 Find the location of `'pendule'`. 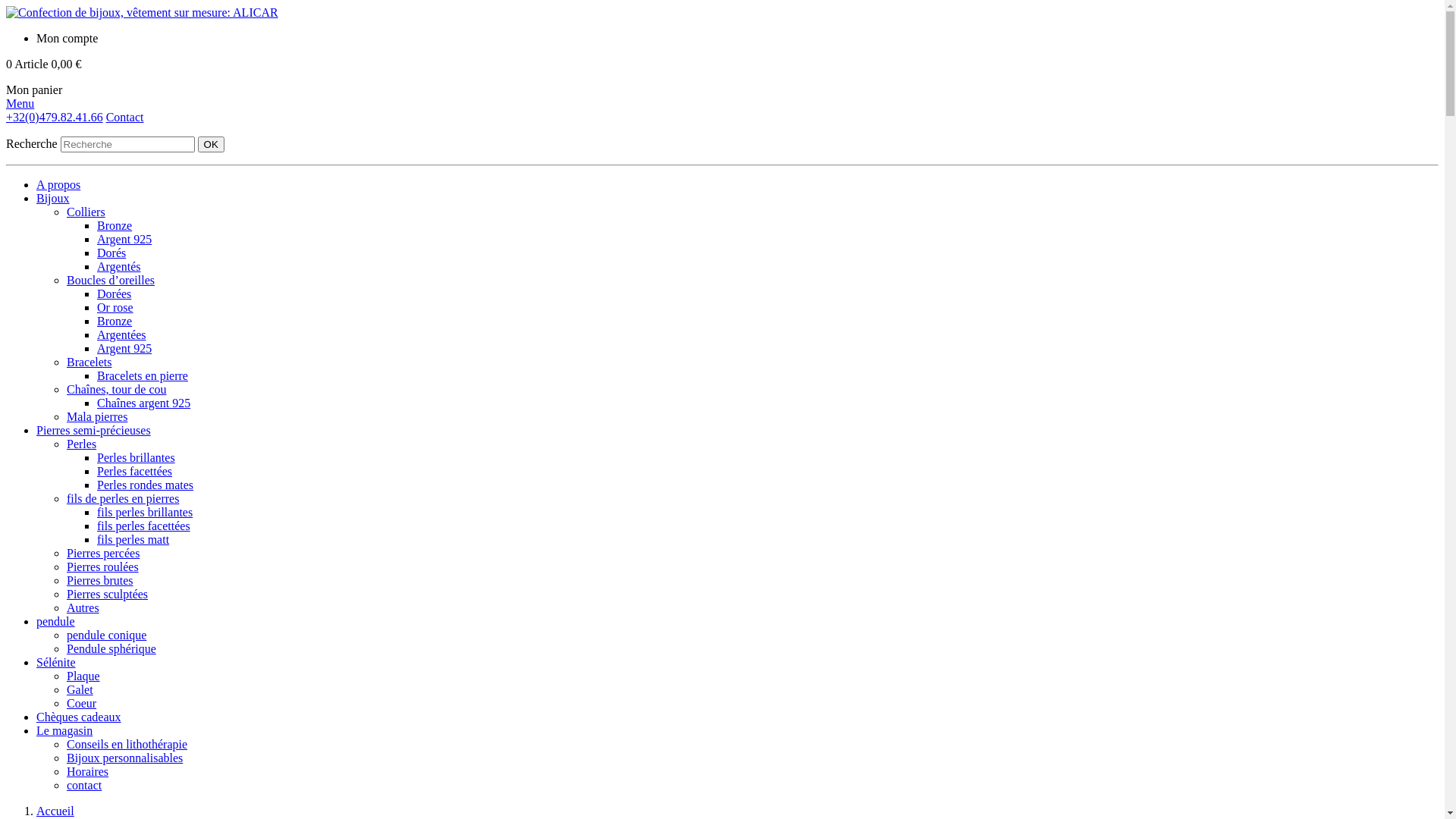

'pendule' is located at coordinates (55, 621).